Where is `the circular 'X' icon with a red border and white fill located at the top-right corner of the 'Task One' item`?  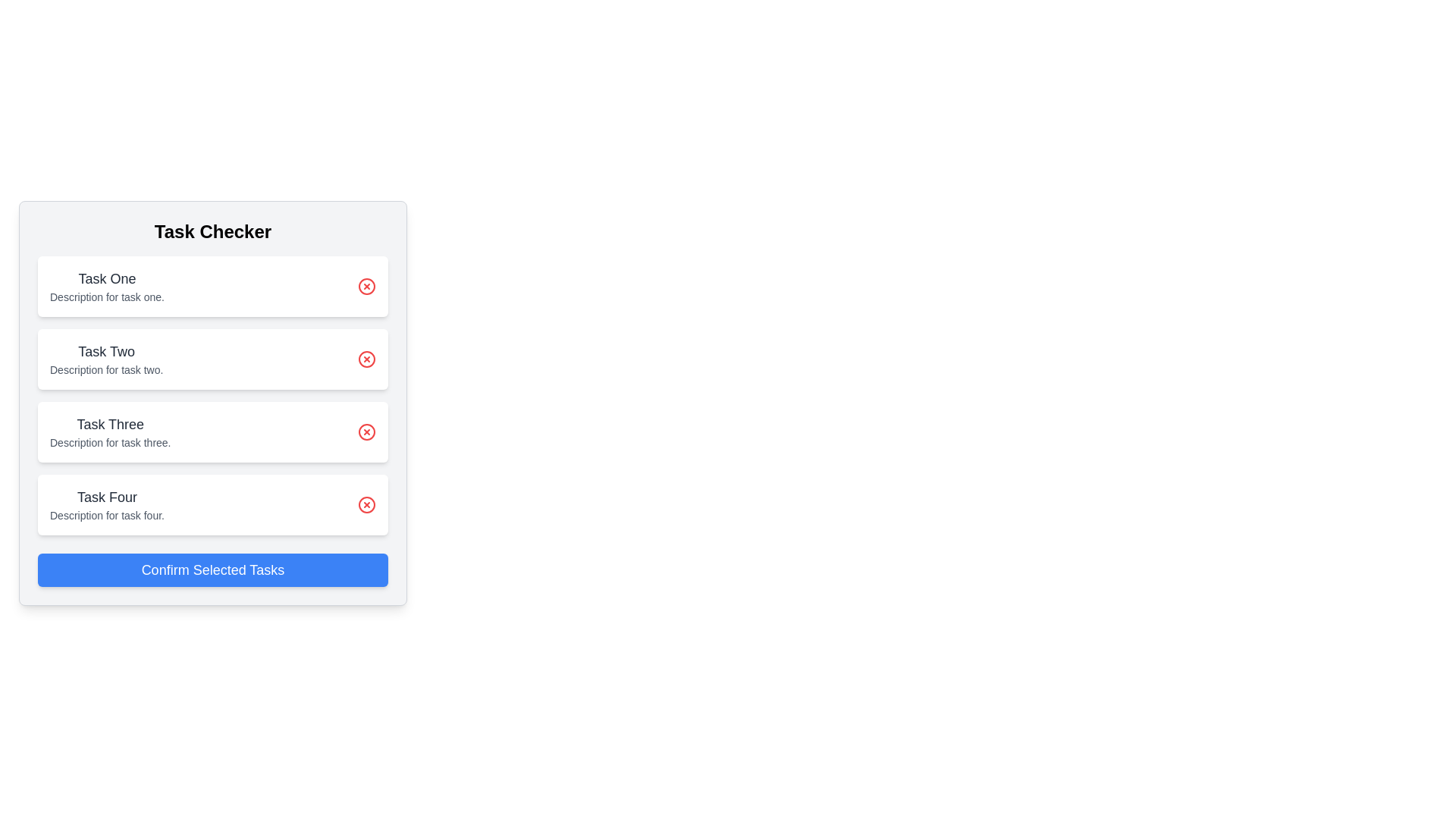
the circular 'X' icon with a red border and white fill located at the top-right corner of the 'Task One' item is located at coordinates (367, 287).